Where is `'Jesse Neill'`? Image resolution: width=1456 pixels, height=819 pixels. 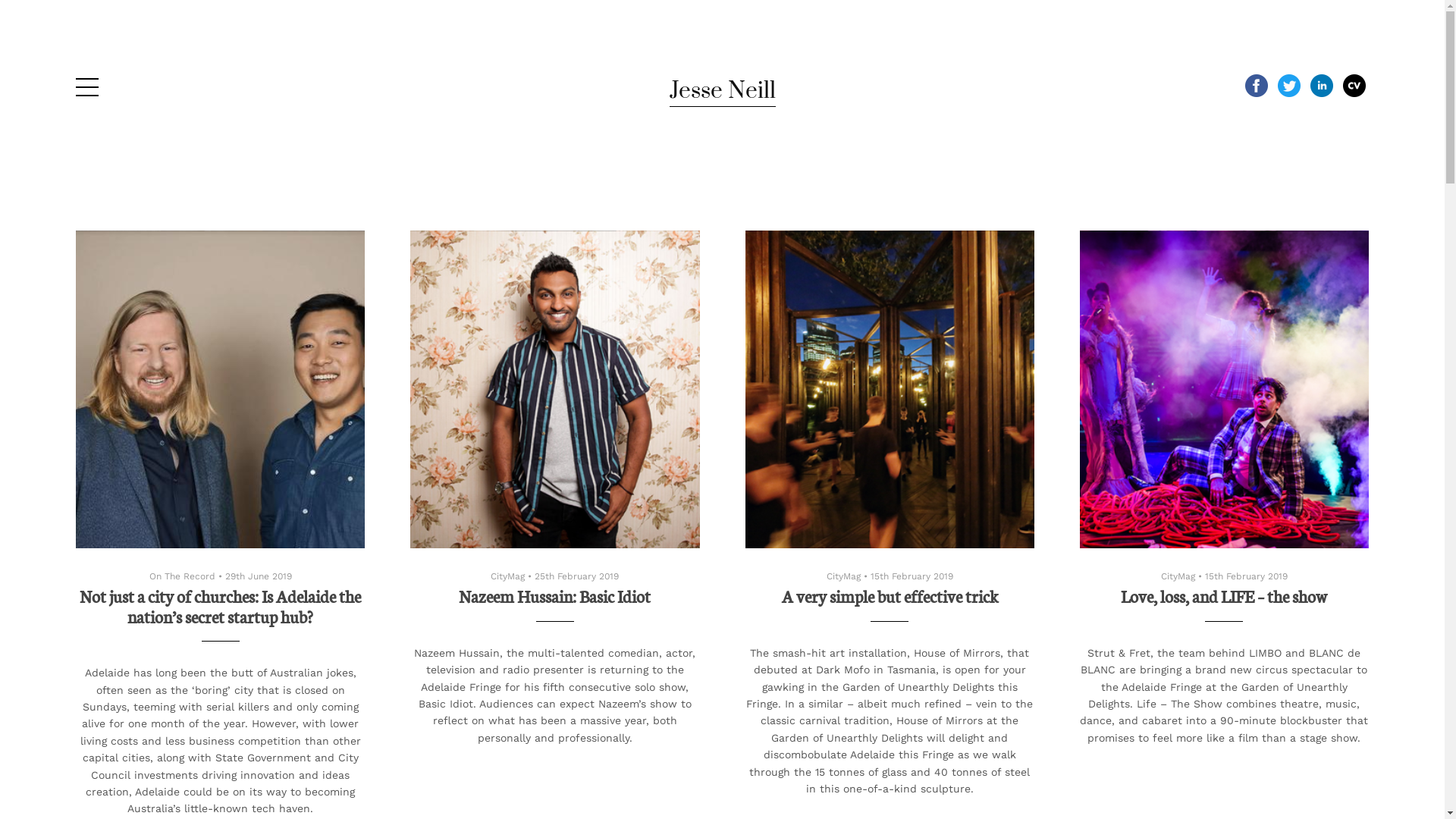 'Jesse Neill' is located at coordinates (720, 90).